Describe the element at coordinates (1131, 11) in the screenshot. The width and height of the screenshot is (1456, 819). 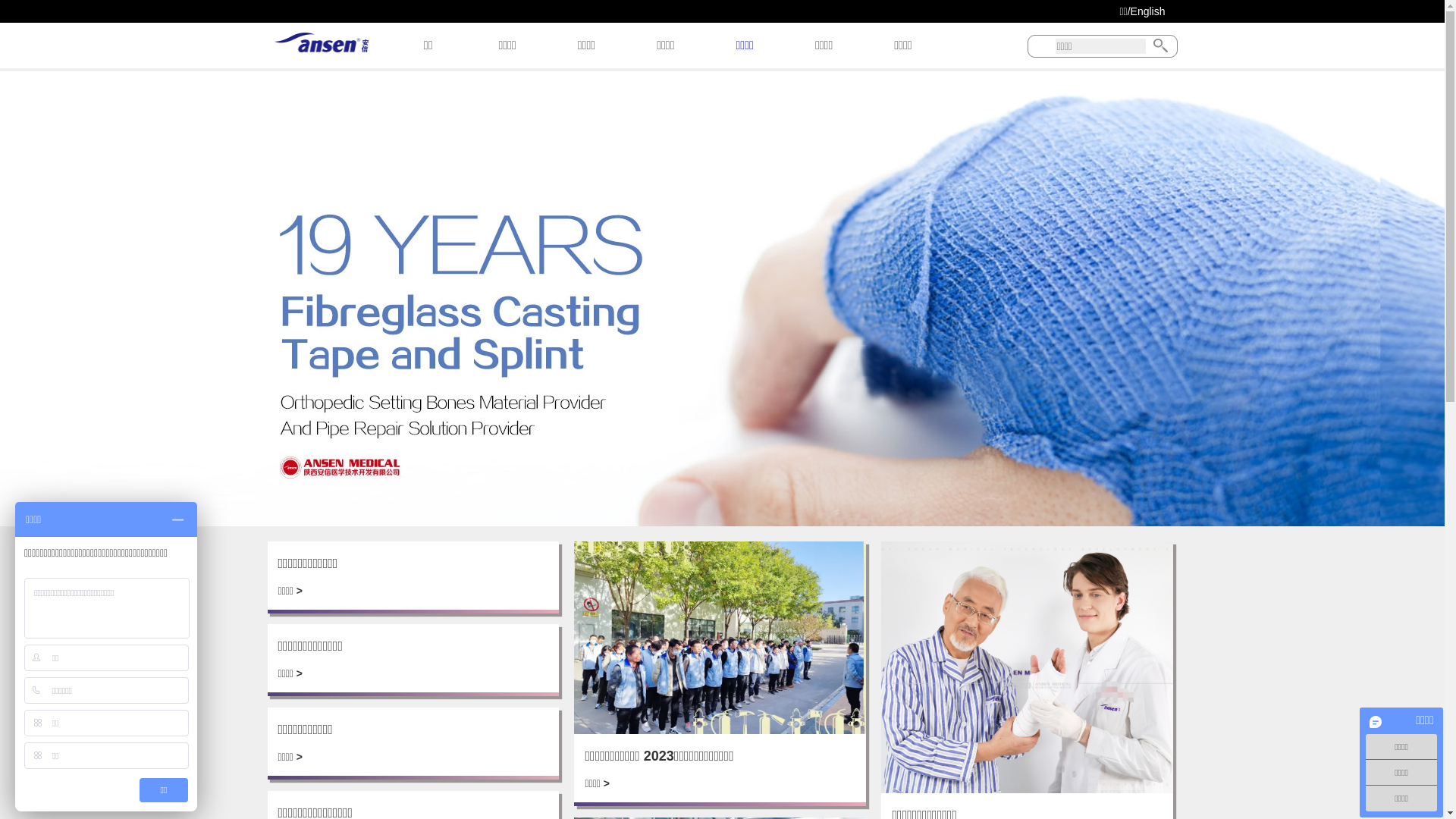
I see `'English'` at that location.